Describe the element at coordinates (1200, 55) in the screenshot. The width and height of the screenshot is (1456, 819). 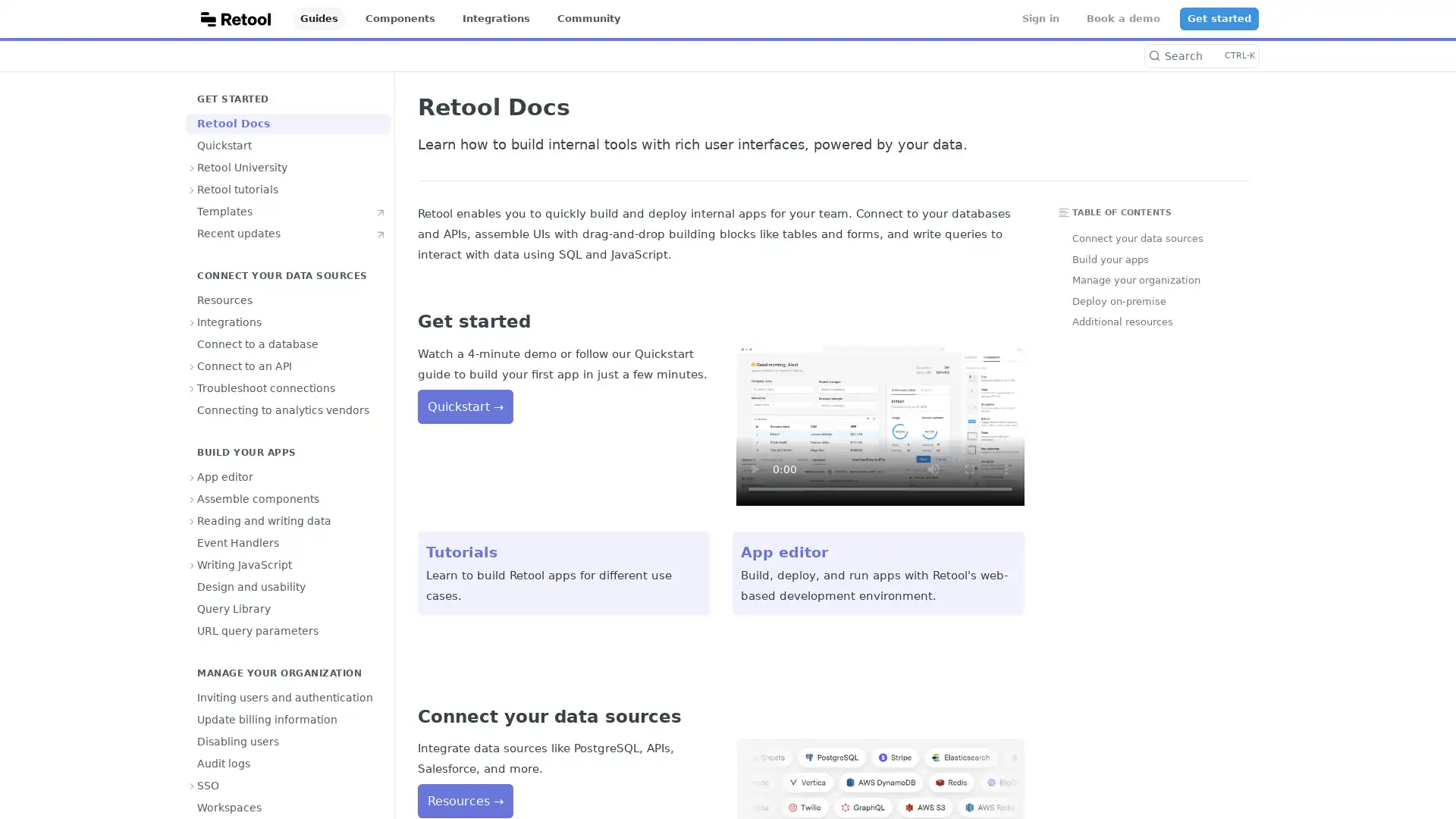
I see `Search` at that location.